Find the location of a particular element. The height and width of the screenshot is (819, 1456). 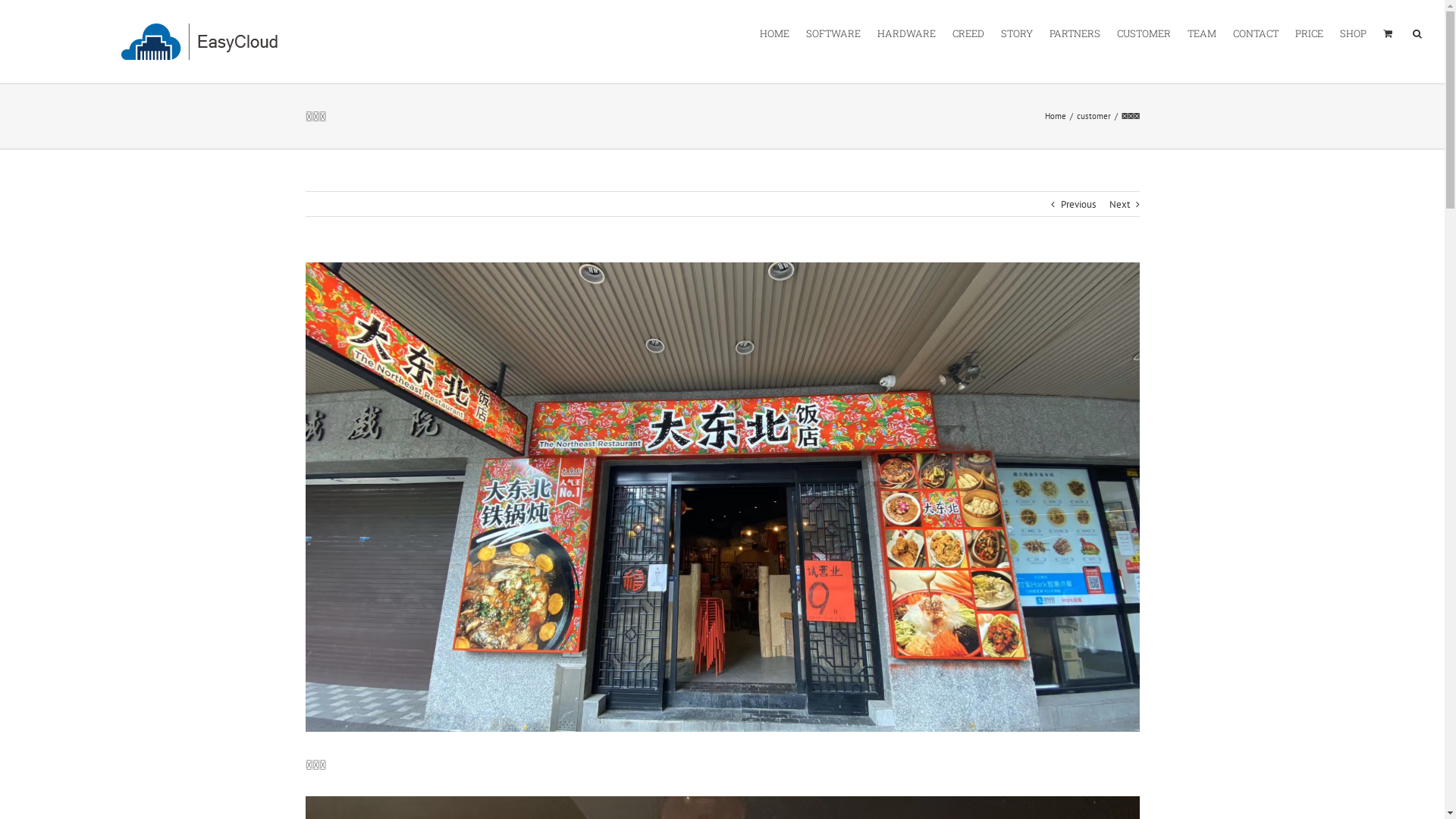

'CUSTOMER' is located at coordinates (1144, 32).